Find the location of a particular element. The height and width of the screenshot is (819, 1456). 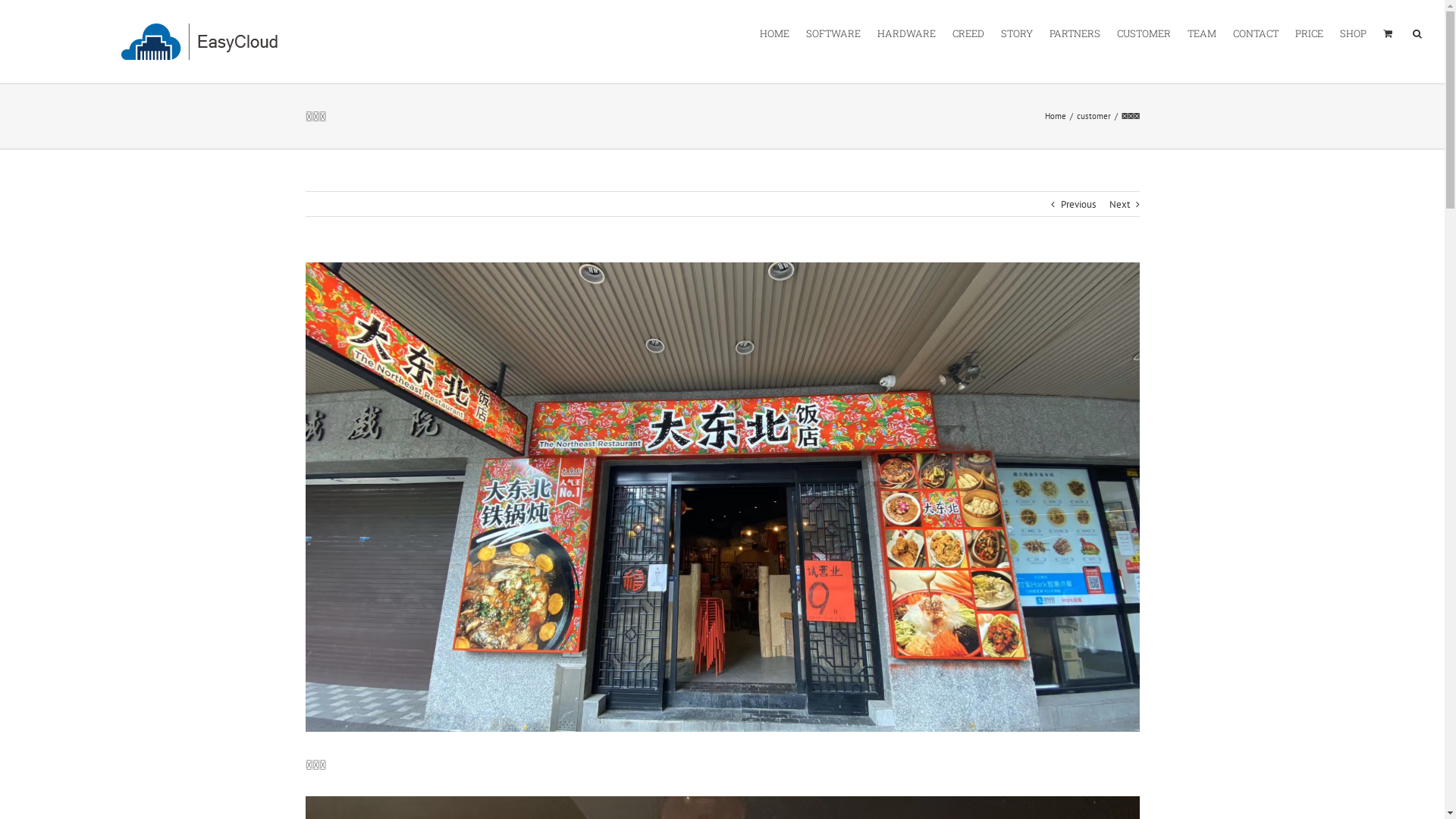

'CUSTOMER' is located at coordinates (1144, 32).